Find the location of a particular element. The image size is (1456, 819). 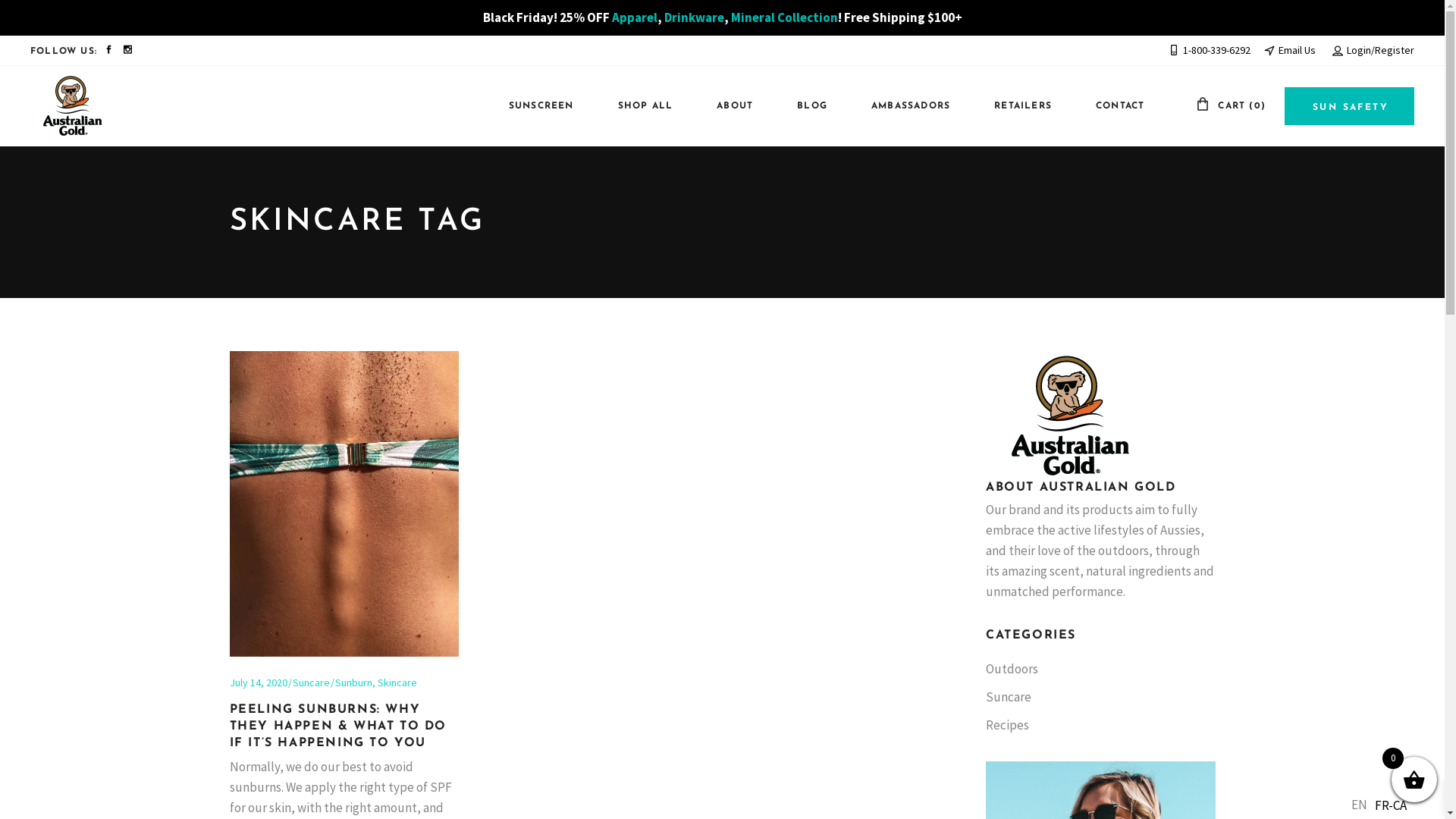

'AMBASSADORS' is located at coordinates (902, 105).